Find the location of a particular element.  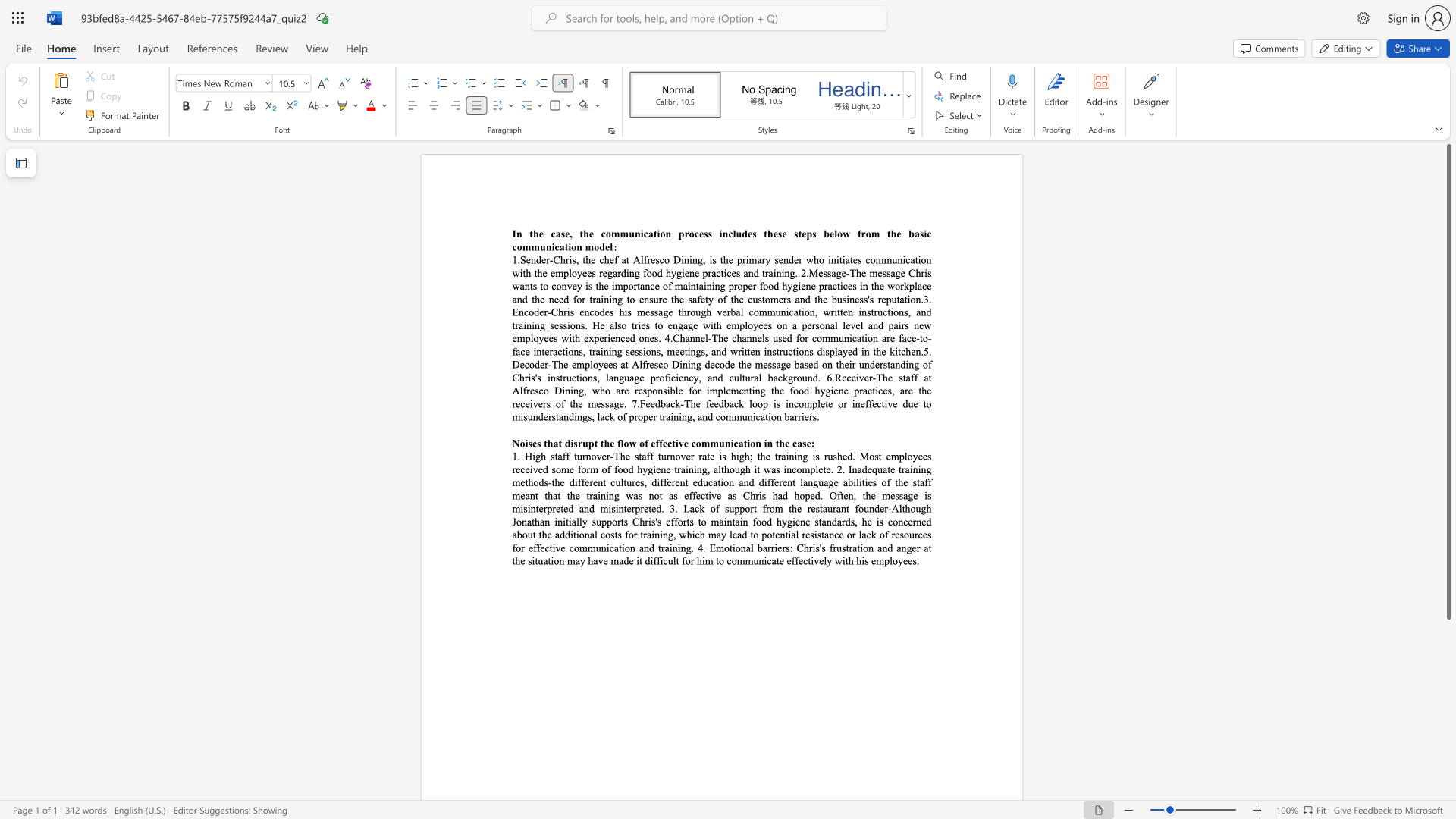

the 1th character "-" in the text is located at coordinates (681, 403).